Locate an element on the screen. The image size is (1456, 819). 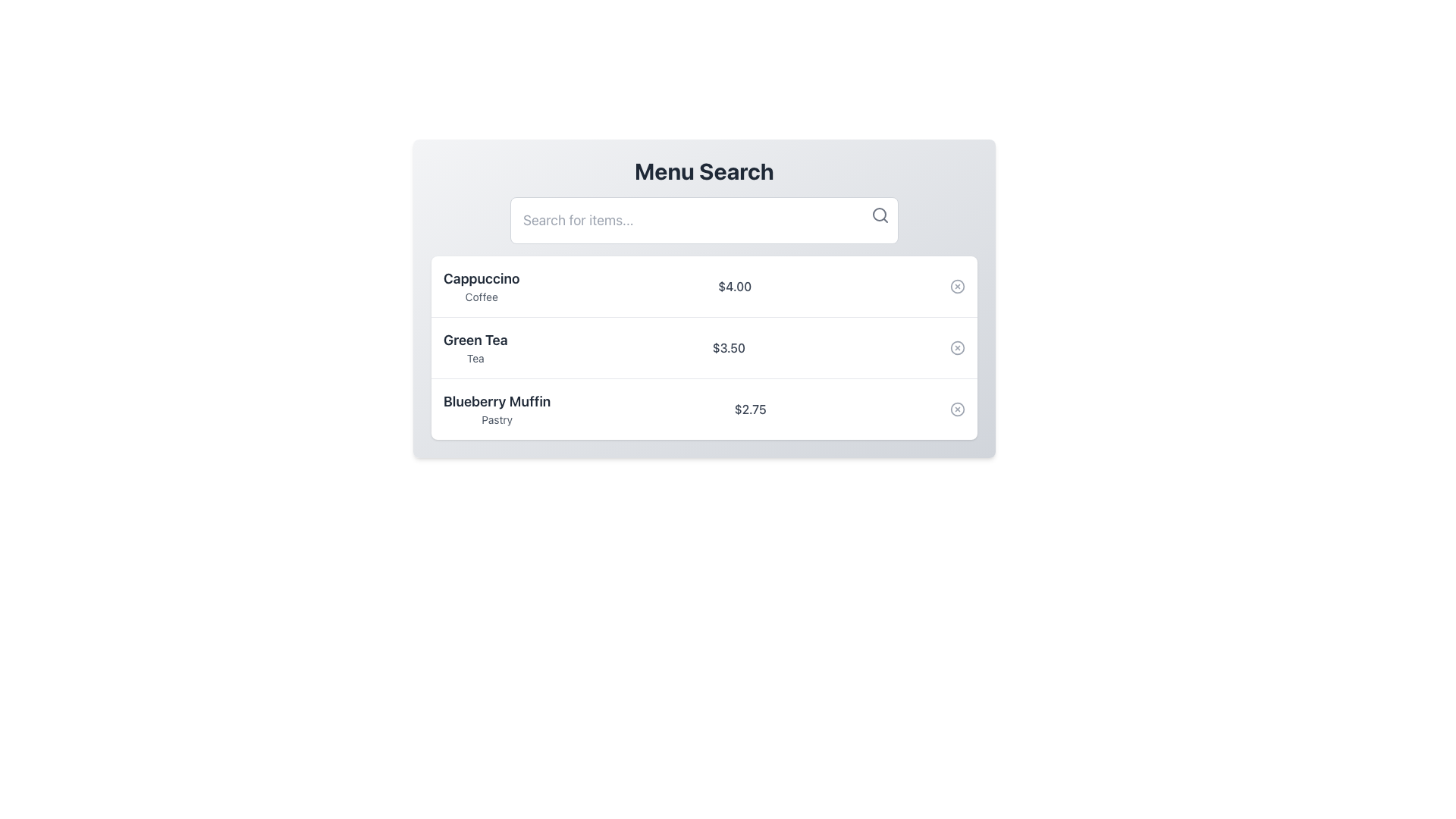
the button located in the top-right corner of the first row of the menu list is located at coordinates (956, 287).